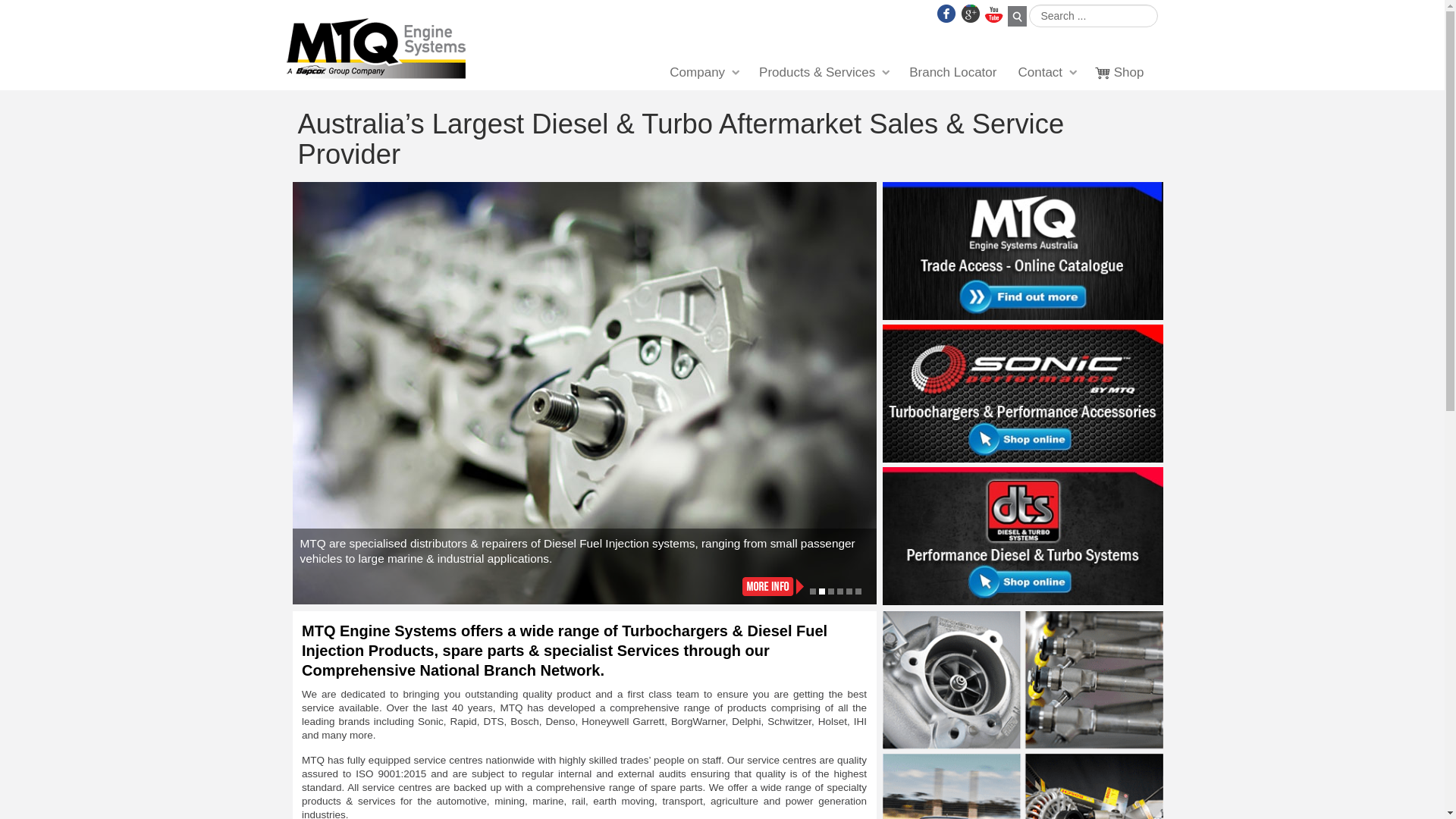 This screenshot has height=819, width=1456. What do you see at coordinates (1016, 16) in the screenshot?
I see `'Search'` at bounding box center [1016, 16].